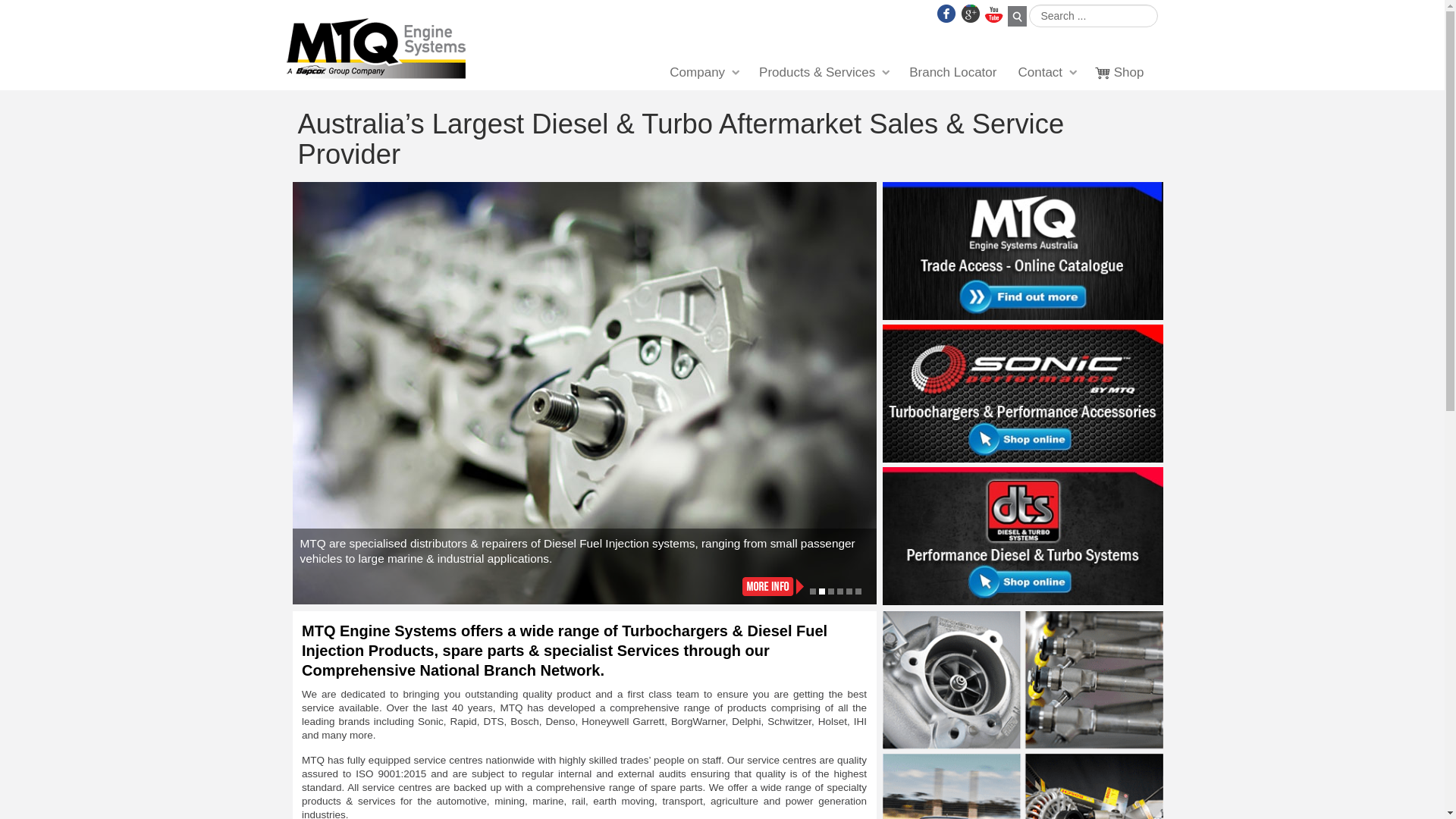 This screenshot has height=819, width=1456. What do you see at coordinates (1016, 16) in the screenshot?
I see `'Search'` at bounding box center [1016, 16].